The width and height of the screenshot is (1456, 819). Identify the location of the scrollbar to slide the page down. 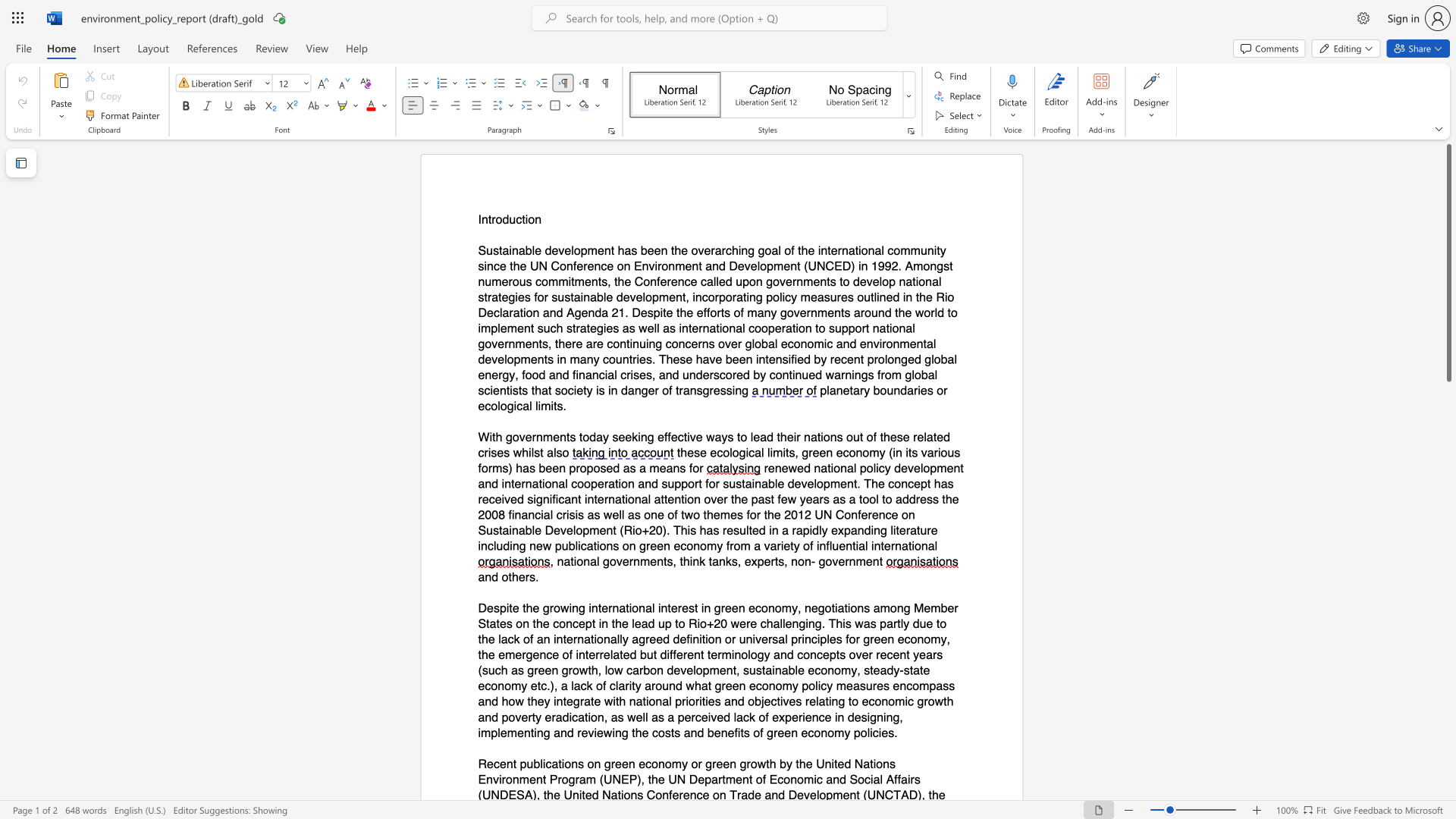
(1448, 529).